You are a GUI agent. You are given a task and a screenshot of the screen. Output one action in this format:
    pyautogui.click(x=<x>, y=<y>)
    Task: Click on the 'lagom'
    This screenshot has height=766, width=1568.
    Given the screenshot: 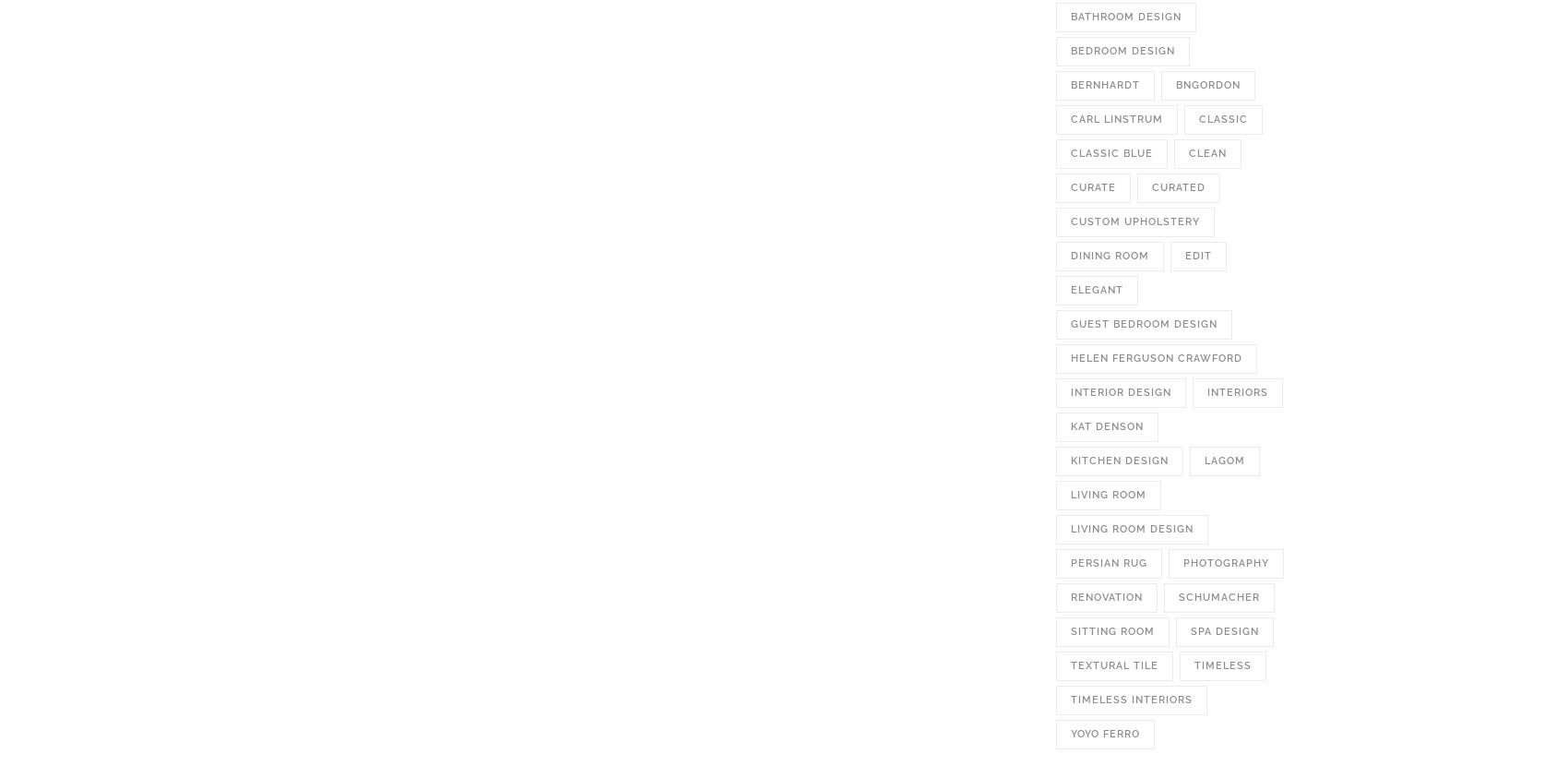 What is the action you would take?
    pyautogui.click(x=1225, y=461)
    